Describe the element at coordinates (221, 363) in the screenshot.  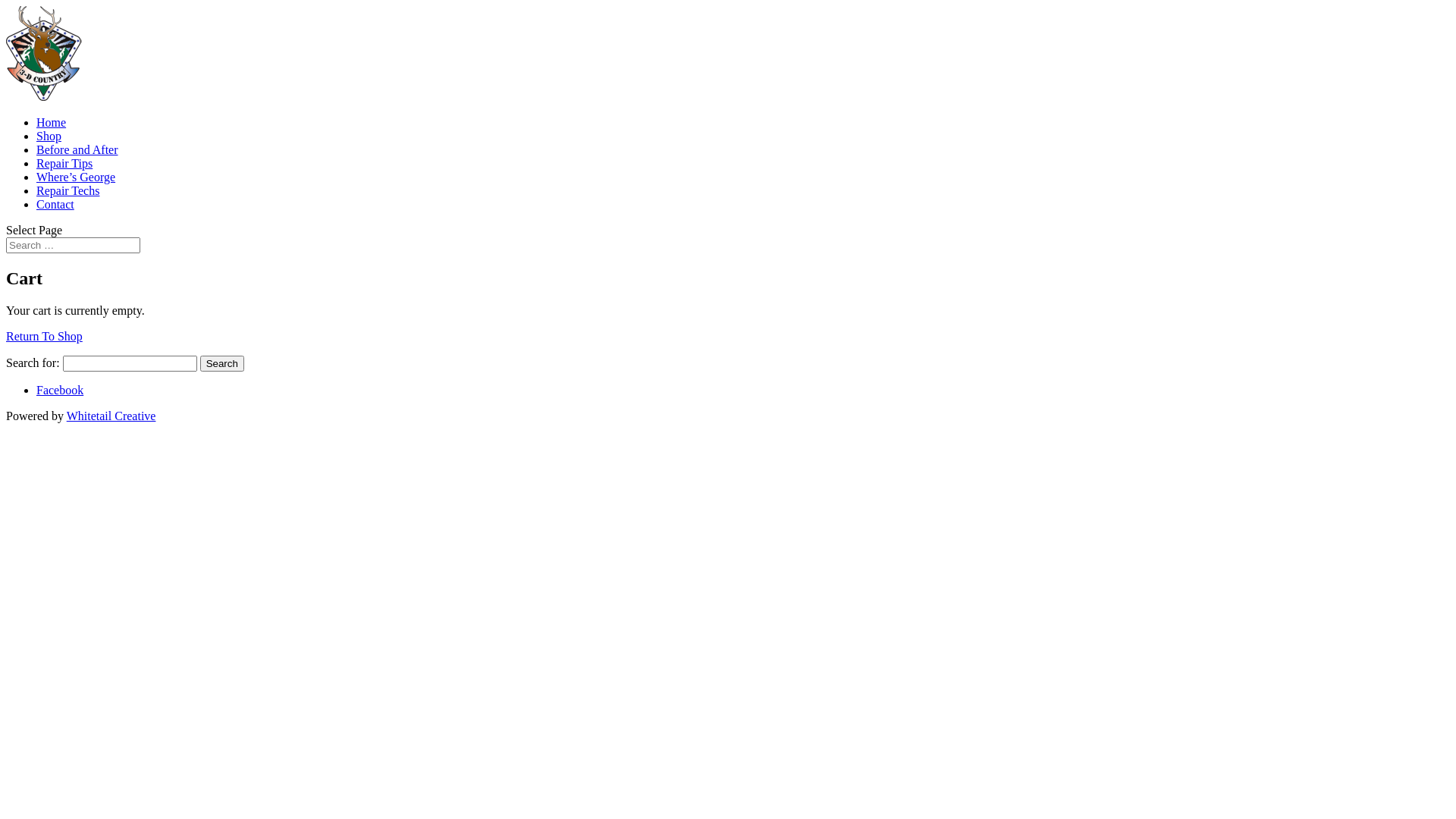
I see `'Search'` at that location.